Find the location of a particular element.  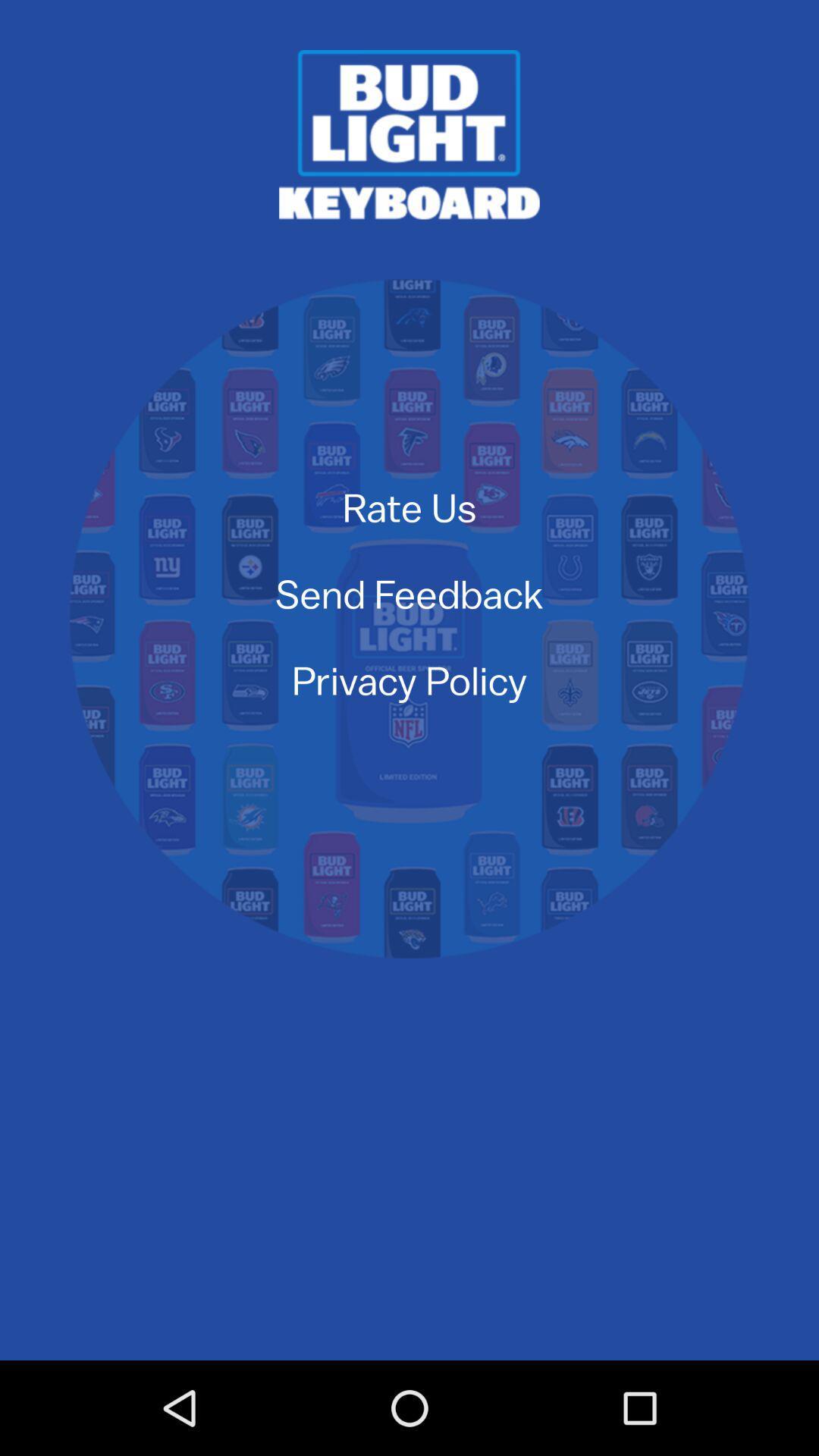

the item below the rate us is located at coordinates (409, 592).